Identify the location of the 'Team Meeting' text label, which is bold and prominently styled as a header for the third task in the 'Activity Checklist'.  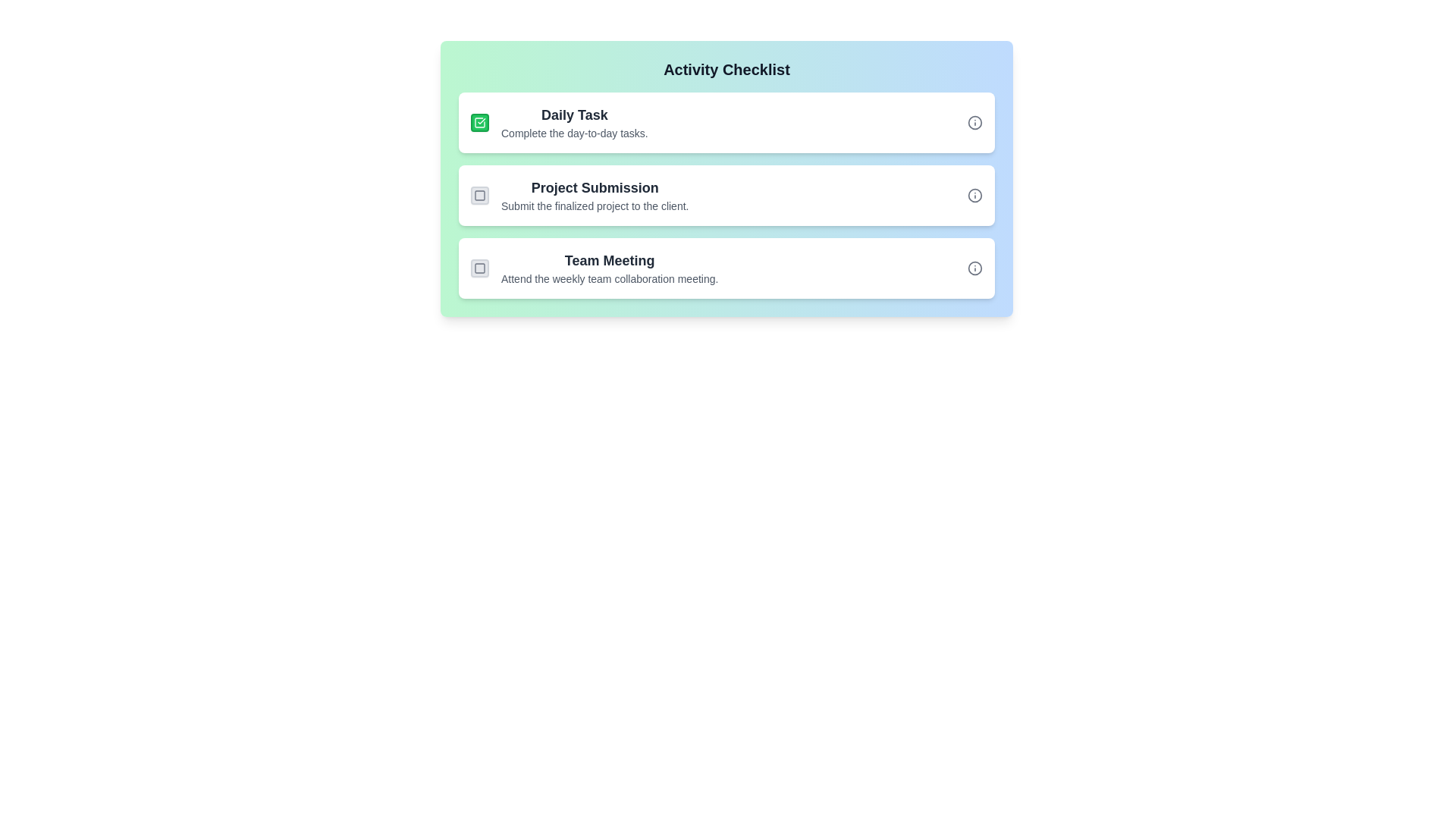
(610, 259).